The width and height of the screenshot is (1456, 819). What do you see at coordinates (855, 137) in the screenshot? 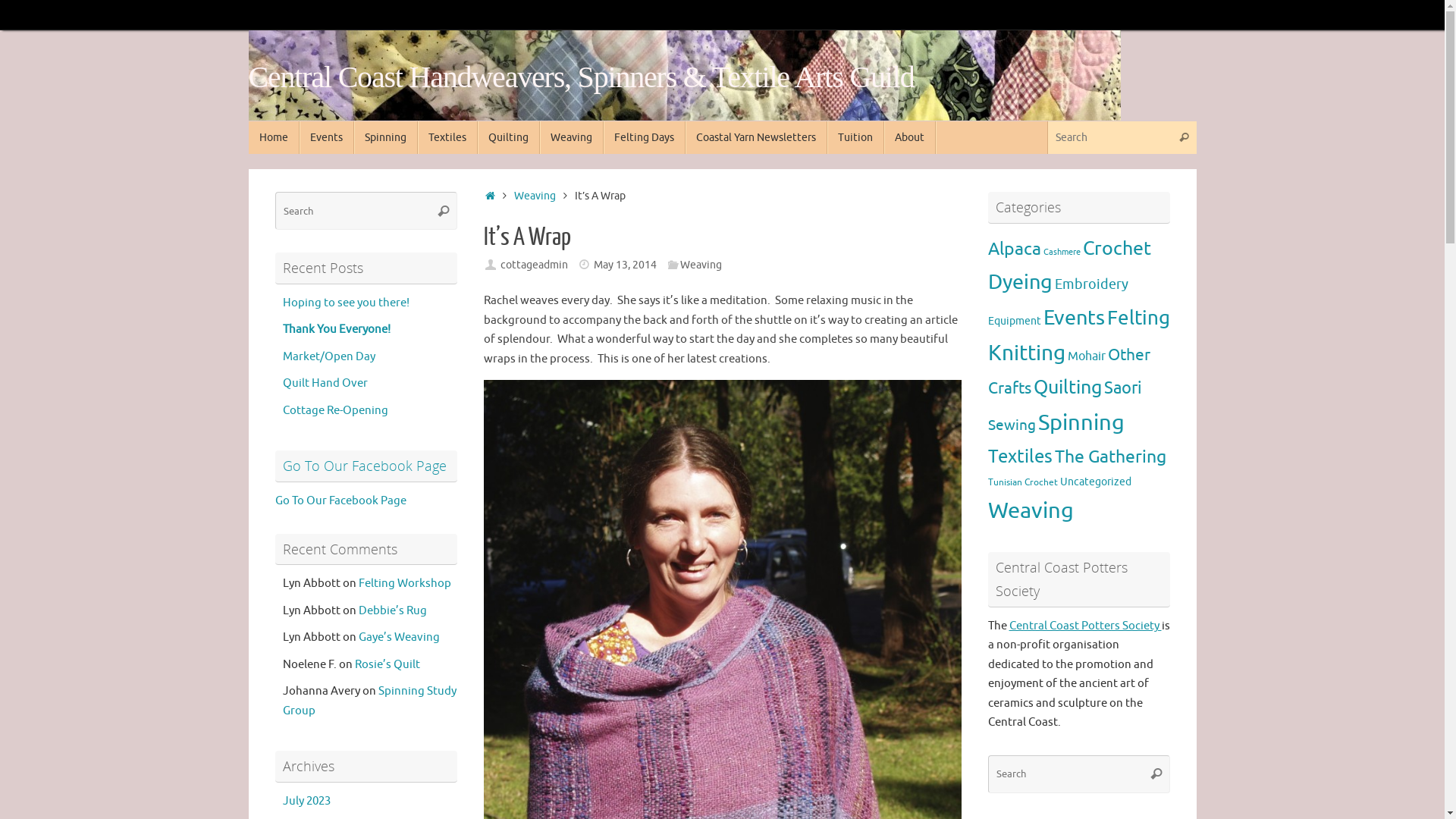
I see `'Tuition'` at bounding box center [855, 137].